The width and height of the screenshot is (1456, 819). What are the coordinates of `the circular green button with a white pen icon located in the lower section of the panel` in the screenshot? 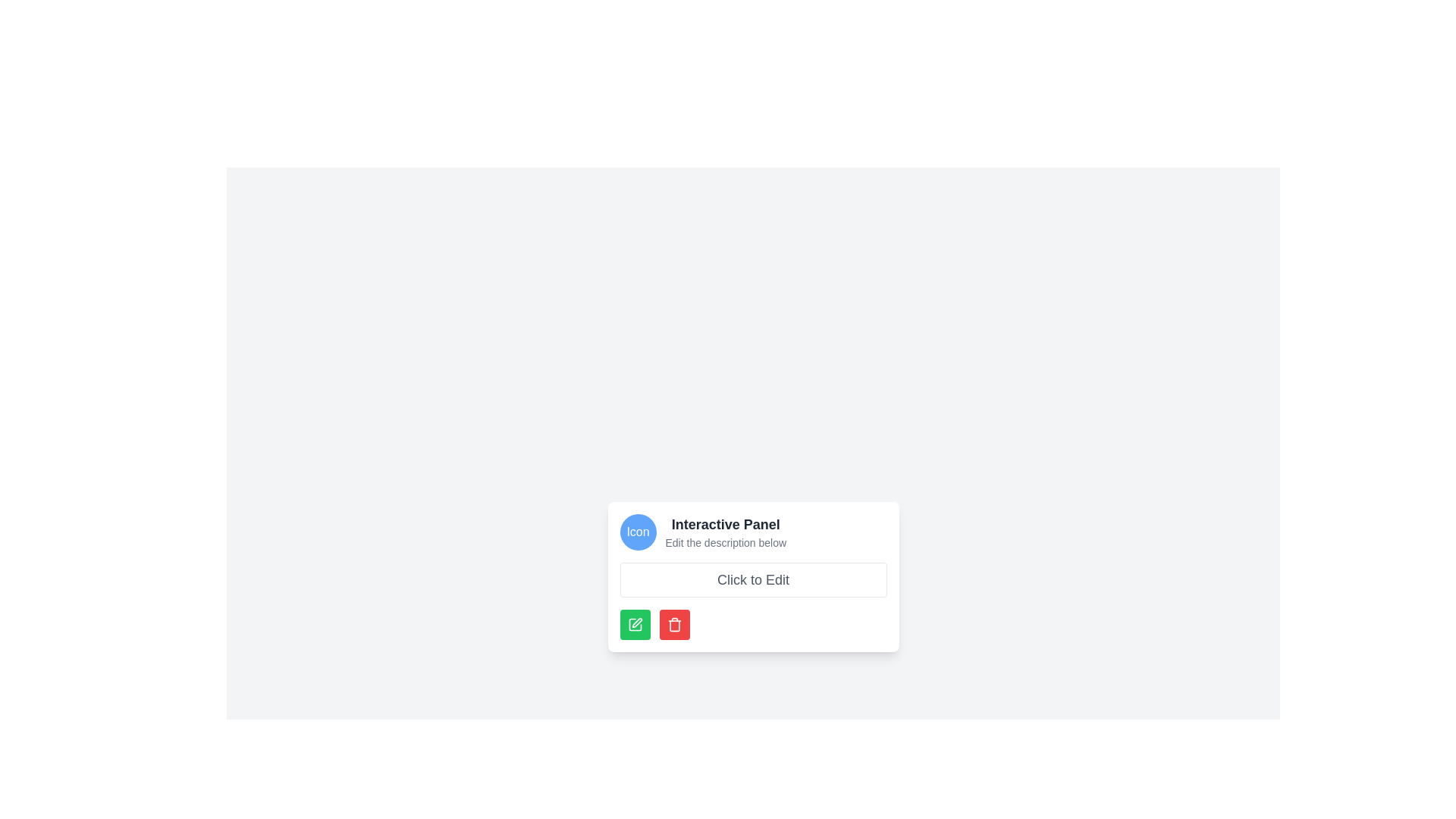 It's located at (635, 625).